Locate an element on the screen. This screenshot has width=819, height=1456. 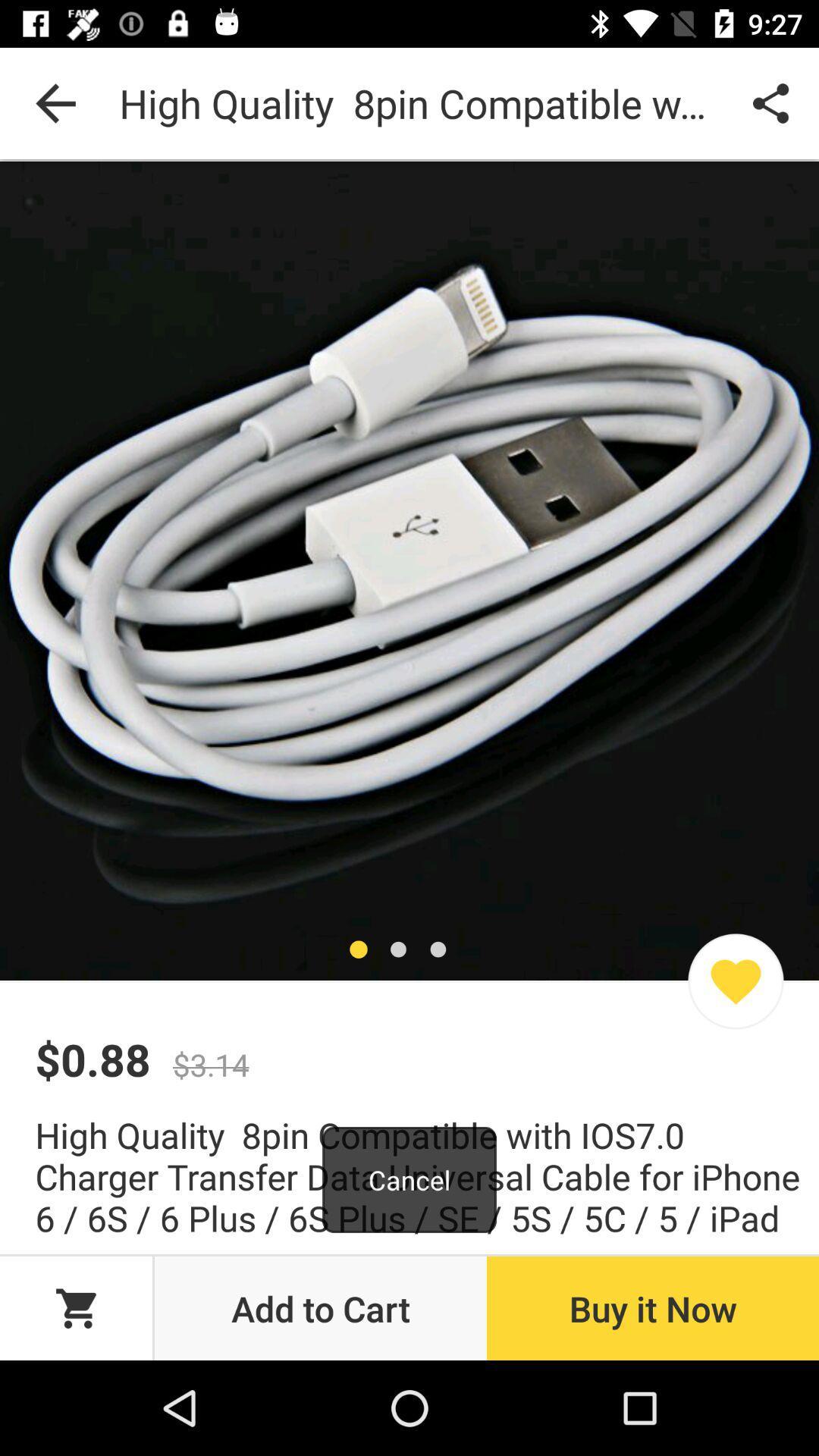
the cart icon is located at coordinates (76, 1307).